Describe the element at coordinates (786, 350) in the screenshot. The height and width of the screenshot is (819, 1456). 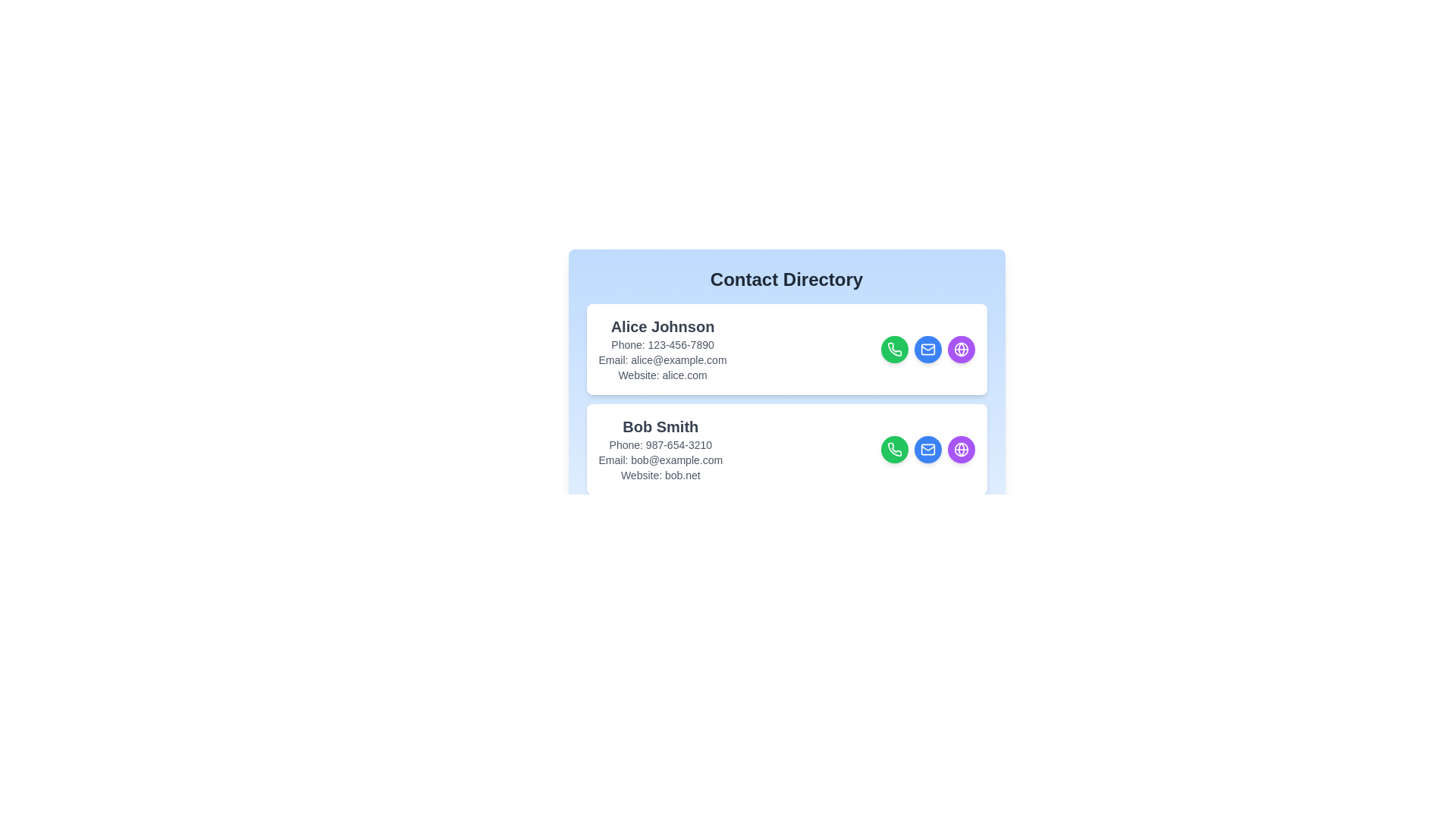
I see `the contact card of Alice Johnson` at that location.